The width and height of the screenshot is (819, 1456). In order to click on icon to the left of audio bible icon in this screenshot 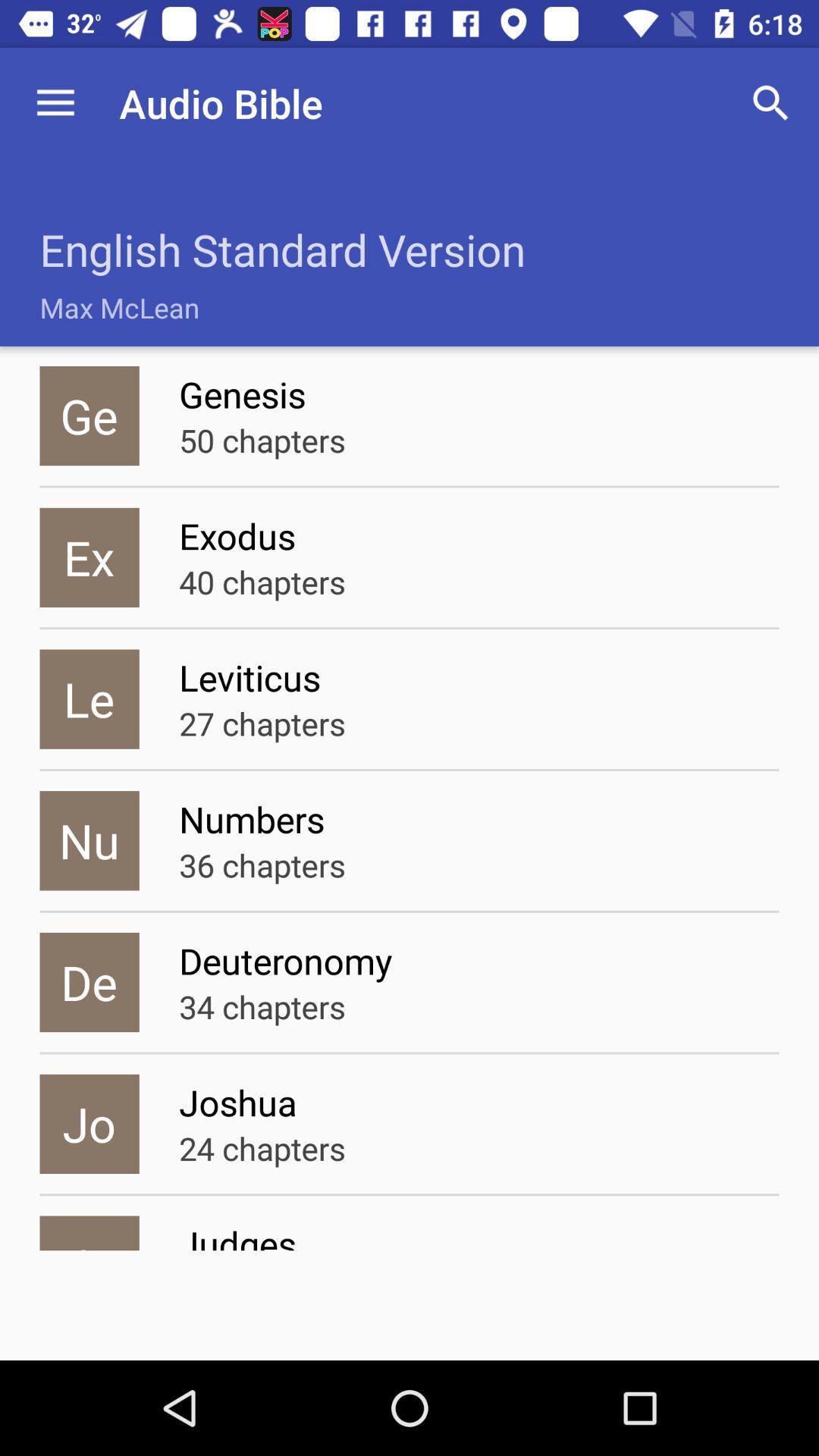, I will do `click(55, 102)`.